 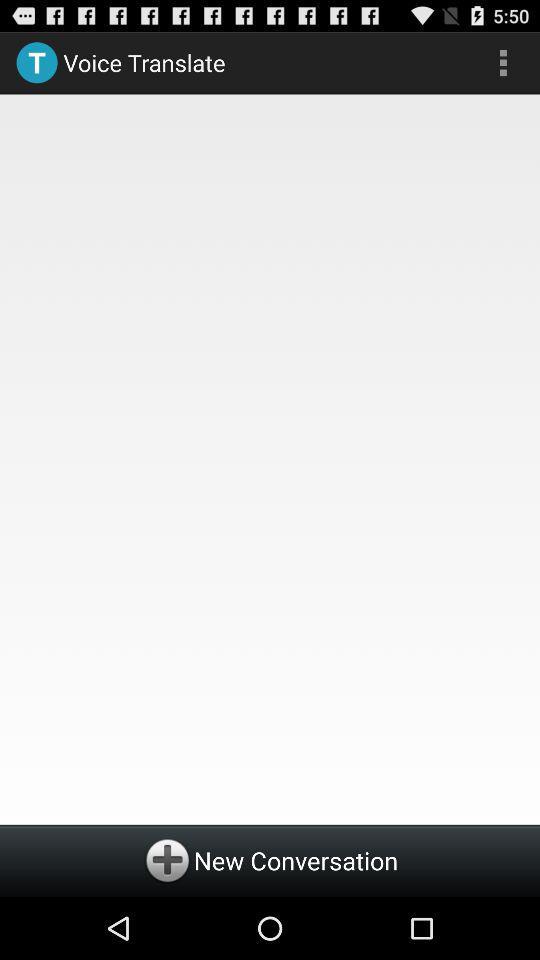 I want to click on the item at the center, so click(x=270, y=456).